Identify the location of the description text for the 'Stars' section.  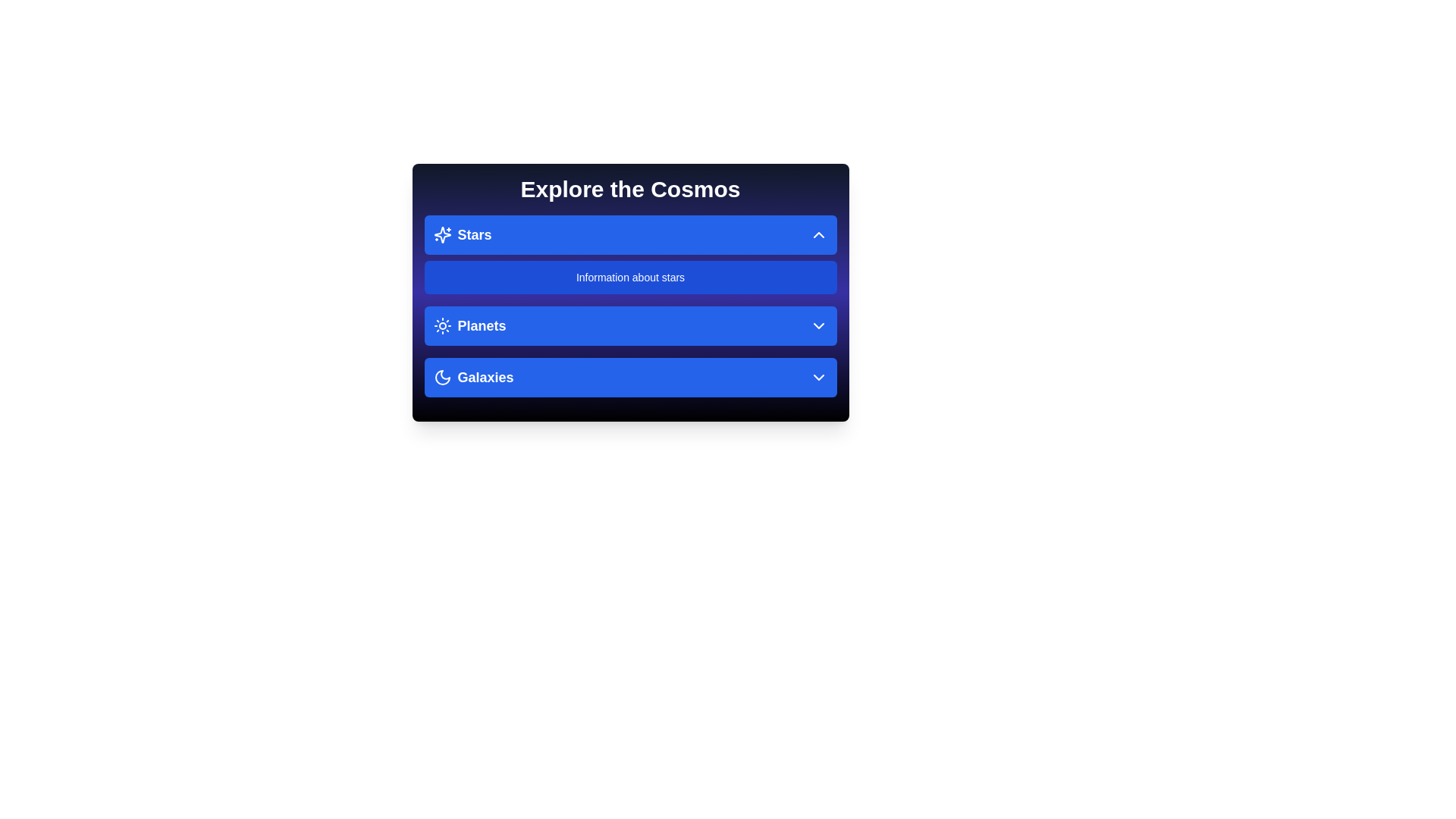
(630, 278).